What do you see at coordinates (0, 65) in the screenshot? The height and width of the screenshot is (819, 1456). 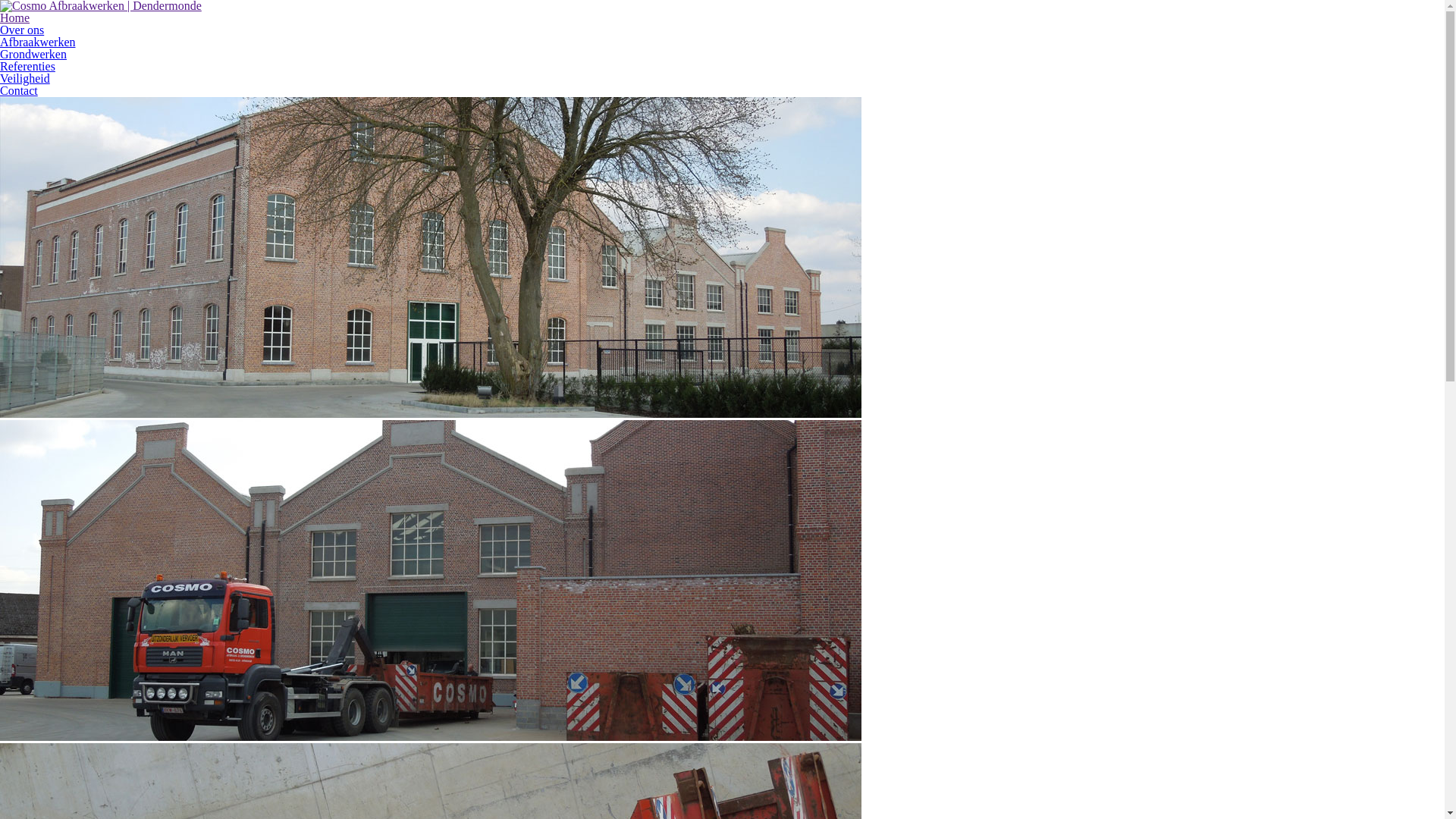 I see `'Referenties'` at bounding box center [0, 65].